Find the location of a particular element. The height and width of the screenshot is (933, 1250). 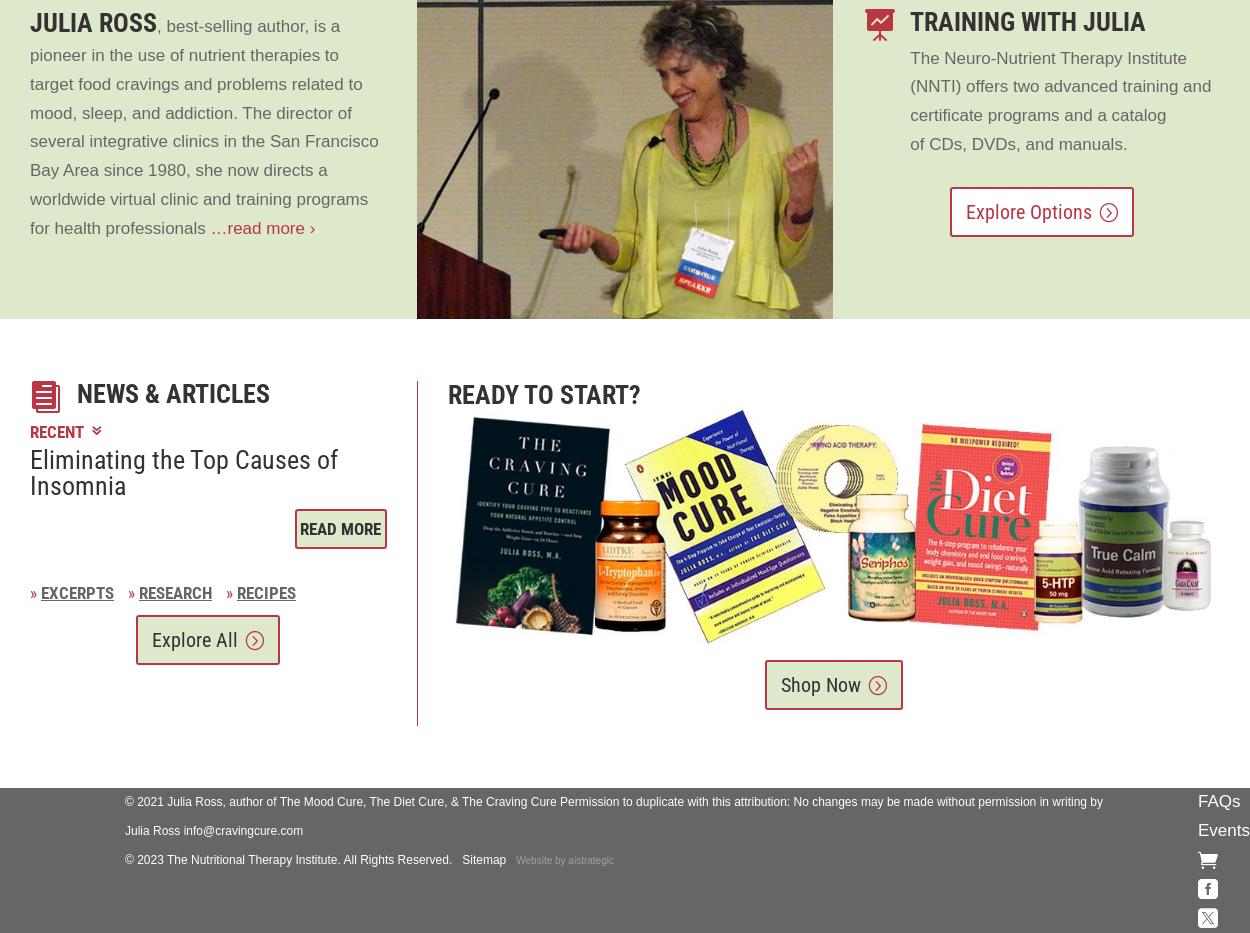

'The Neuro-Nutrient Therapy Institute (NNTI) offers two advanced training and certificate programs and a catalog of CDs, DVDs, and manuals.' is located at coordinates (1060, 101).